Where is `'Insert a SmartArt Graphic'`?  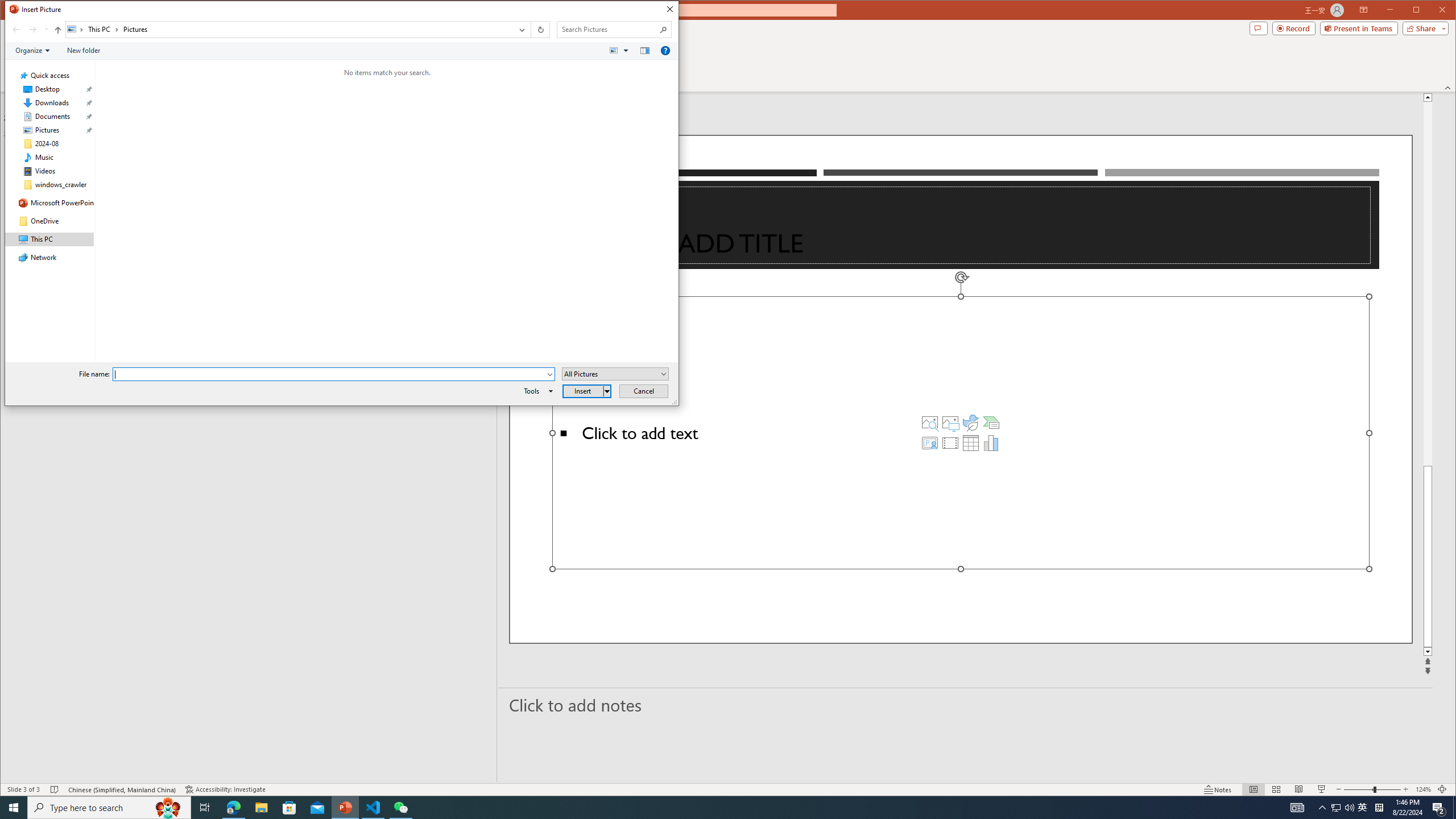
'Insert a SmartArt Graphic' is located at coordinates (991, 422).